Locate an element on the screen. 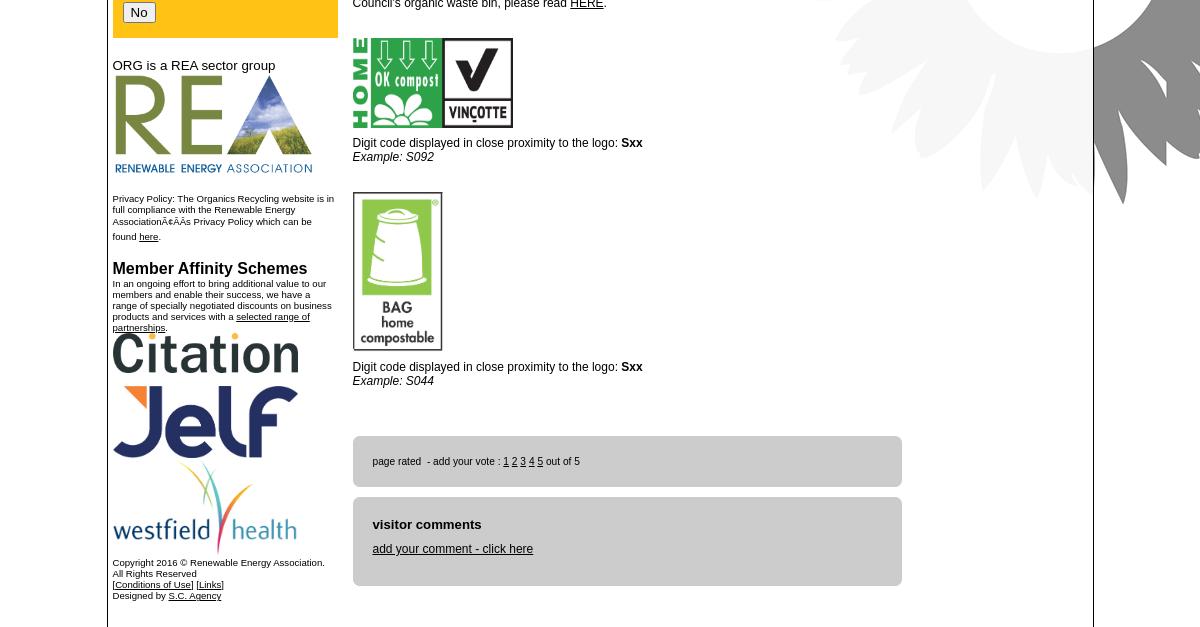  '2' is located at coordinates (509, 460).